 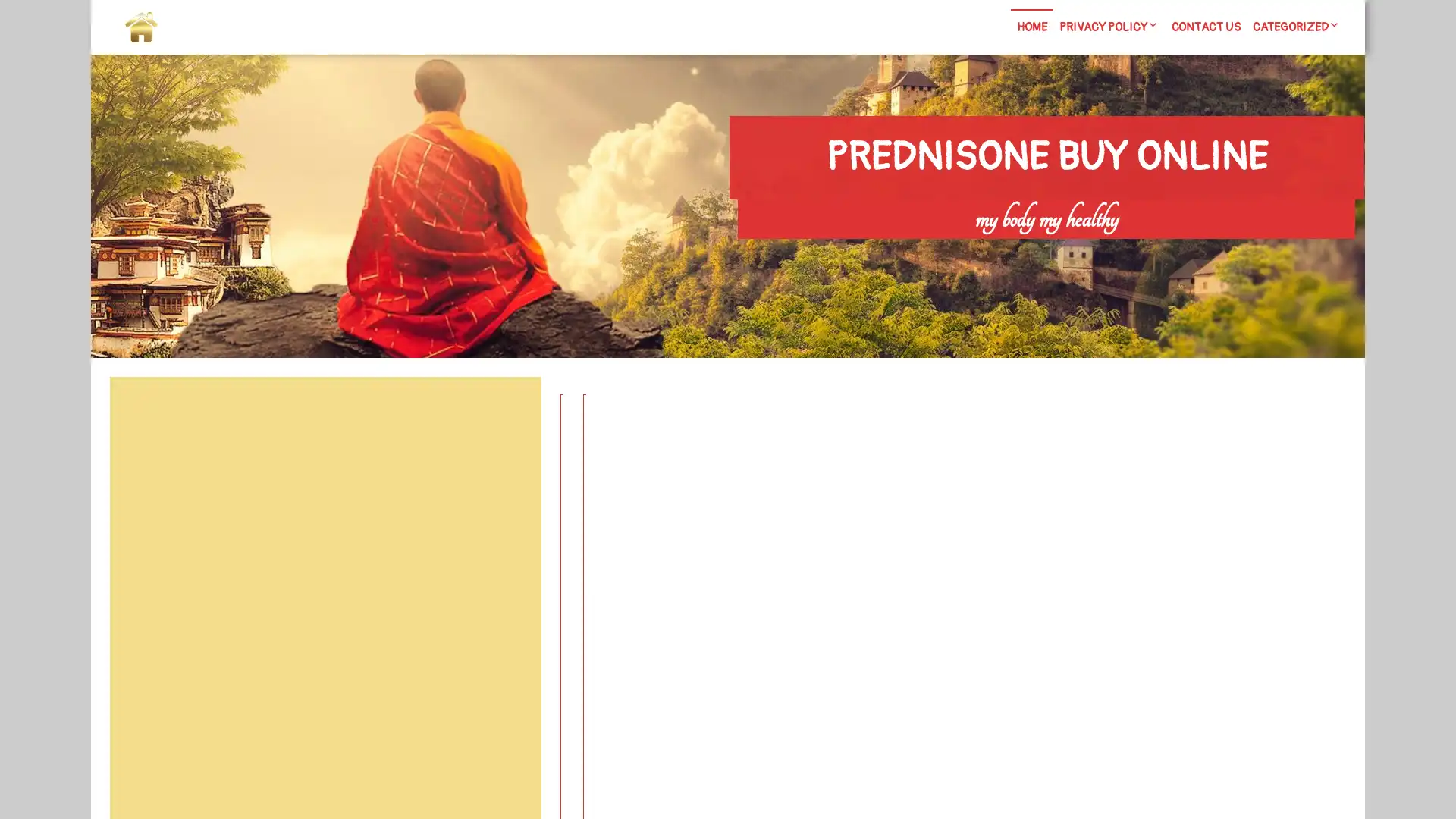 What do you see at coordinates (1181, 248) in the screenshot?
I see `Search` at bounding box center [1181, 248].